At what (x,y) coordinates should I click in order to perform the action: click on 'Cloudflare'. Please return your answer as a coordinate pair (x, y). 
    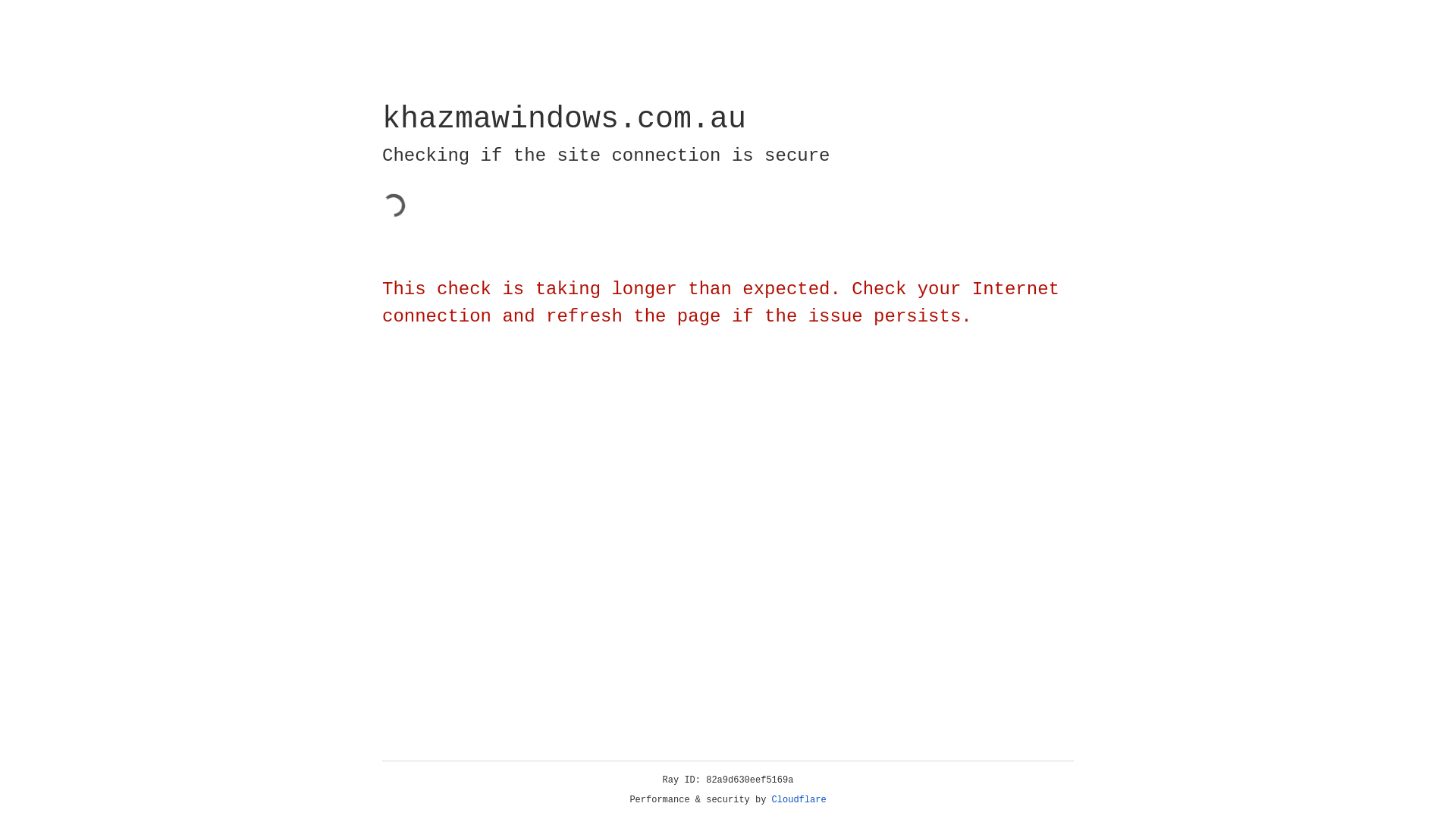
    Looking at the image, I should click on (771, 799).